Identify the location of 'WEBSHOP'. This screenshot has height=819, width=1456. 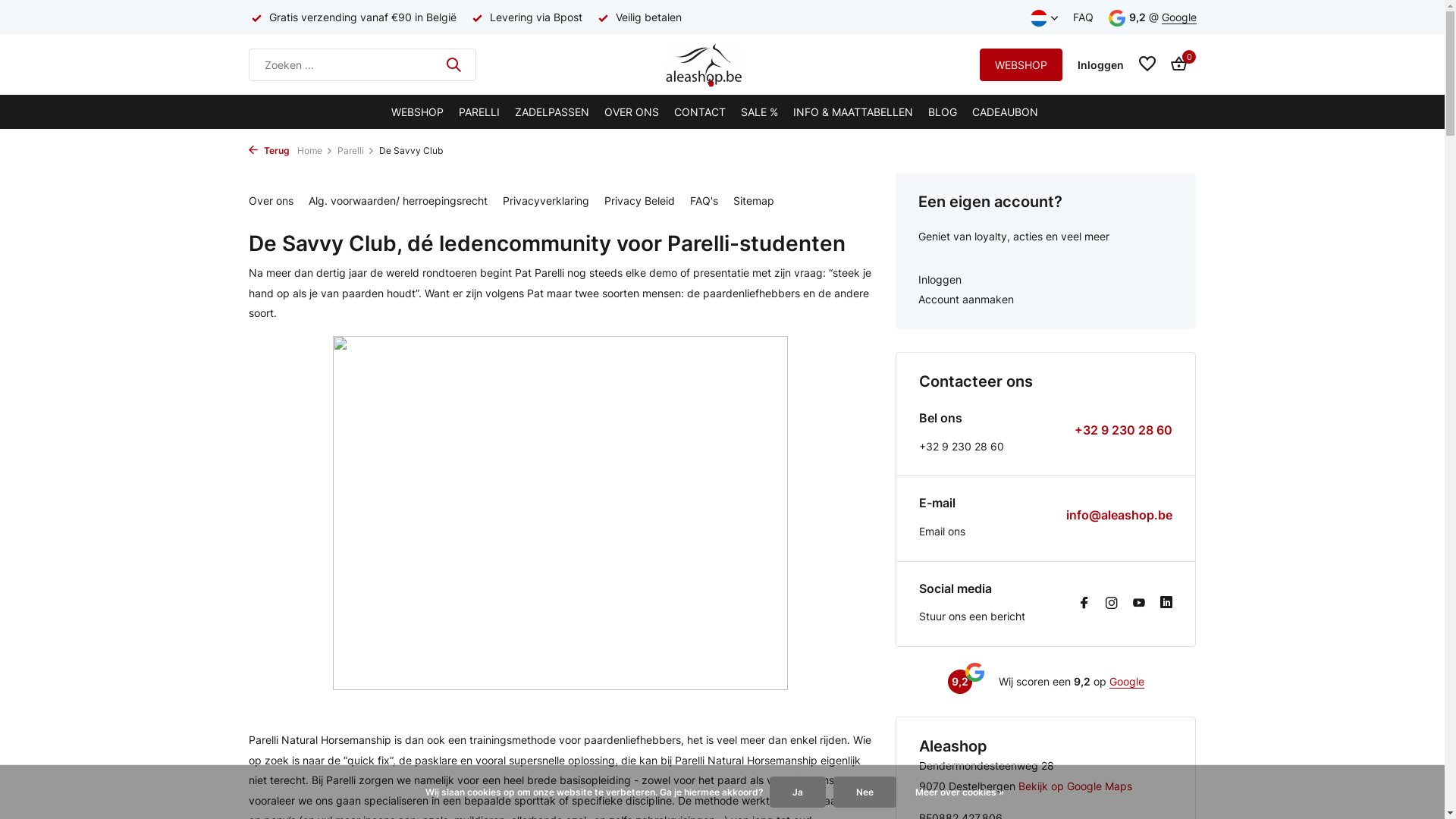
(391, 111).